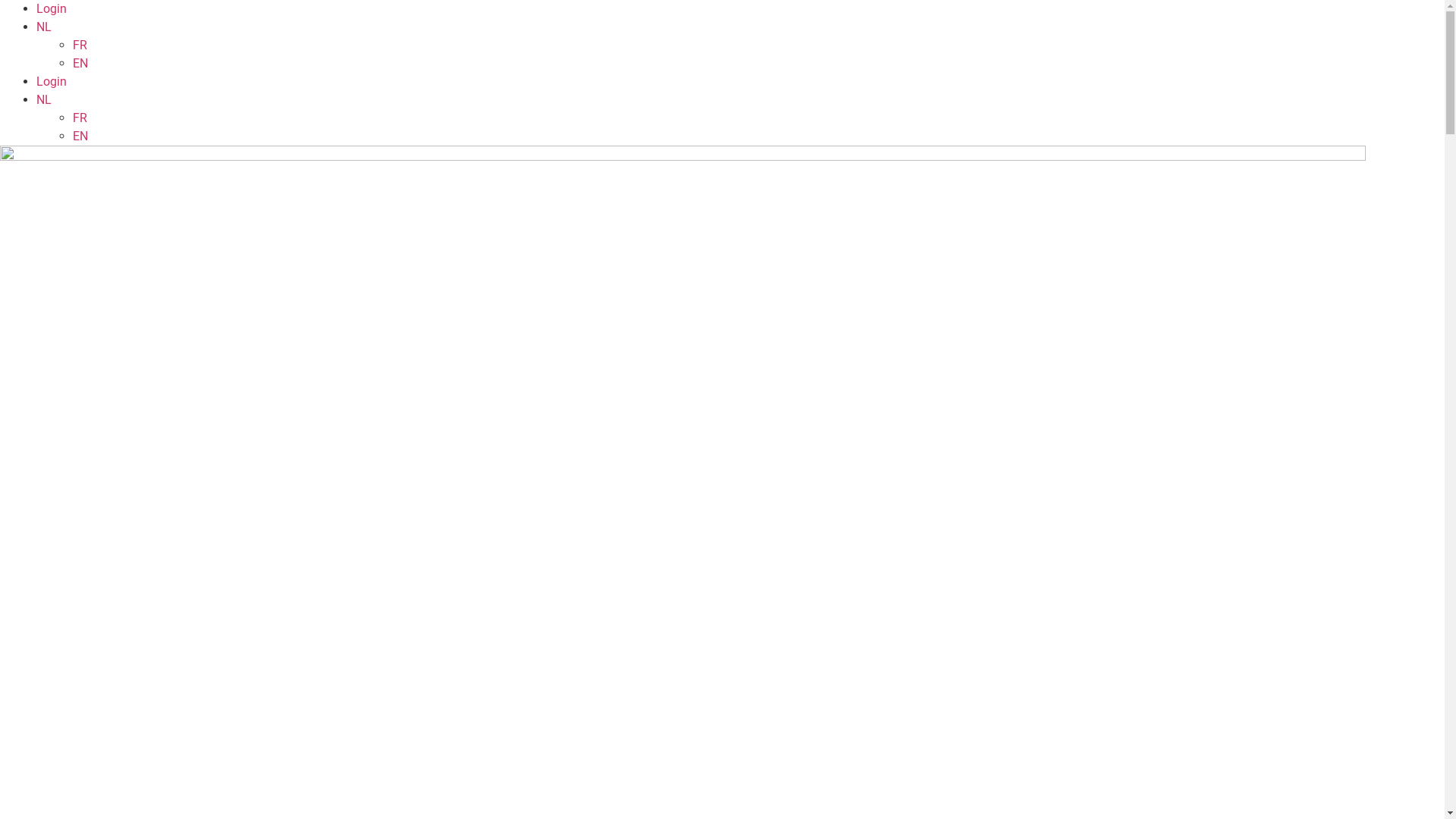 This screenshot has height=819, width=1456. What do you see at coordinates (43, 99) in the screenshot?
I see `'NL'` at bounding box center [43, 99].